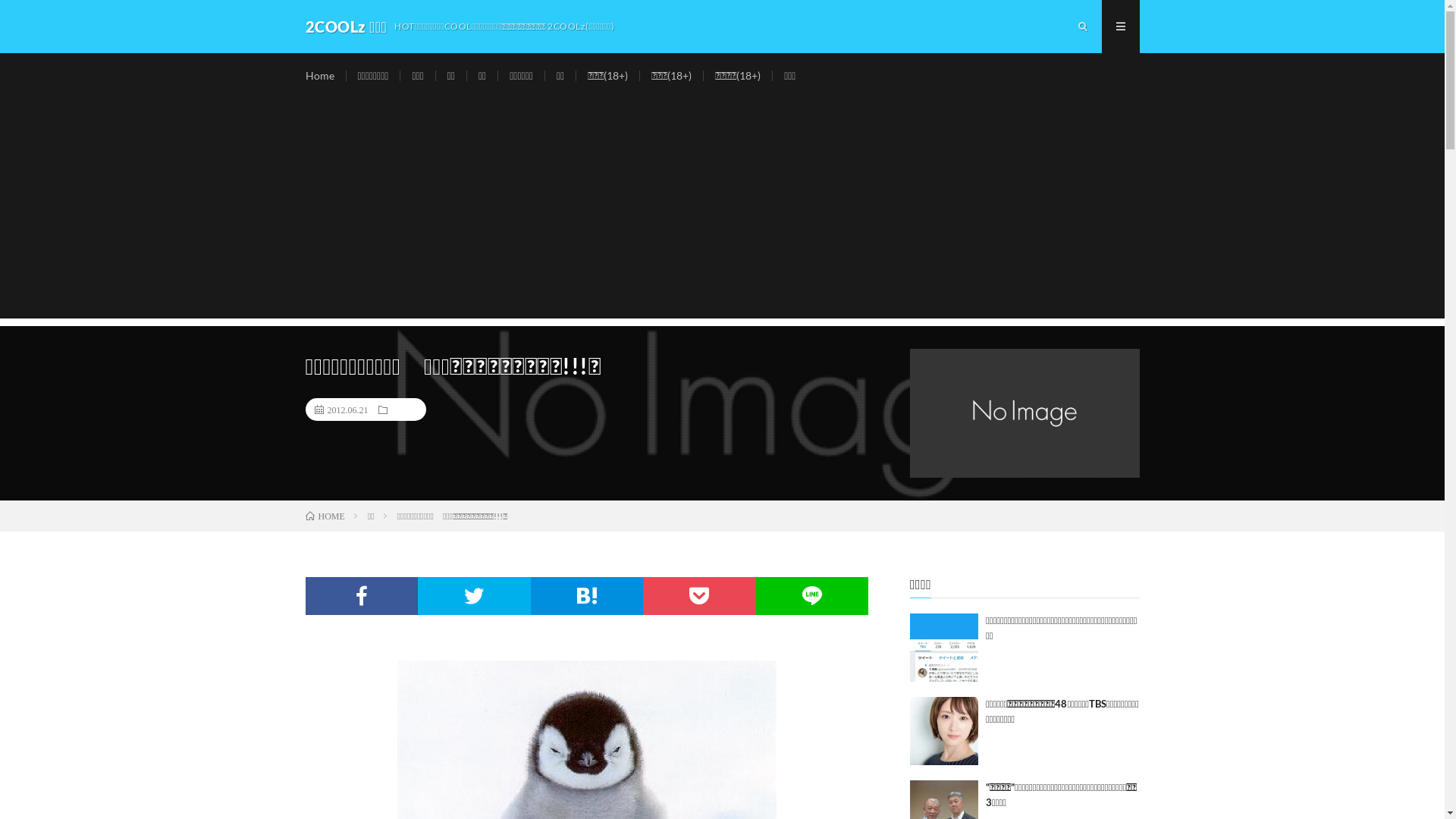 This screenshot has height=819, width=1456. What do you see at coordinates (304, 515) in the screenshot?
I see `'HOME'` at bounding box center [304, 515].